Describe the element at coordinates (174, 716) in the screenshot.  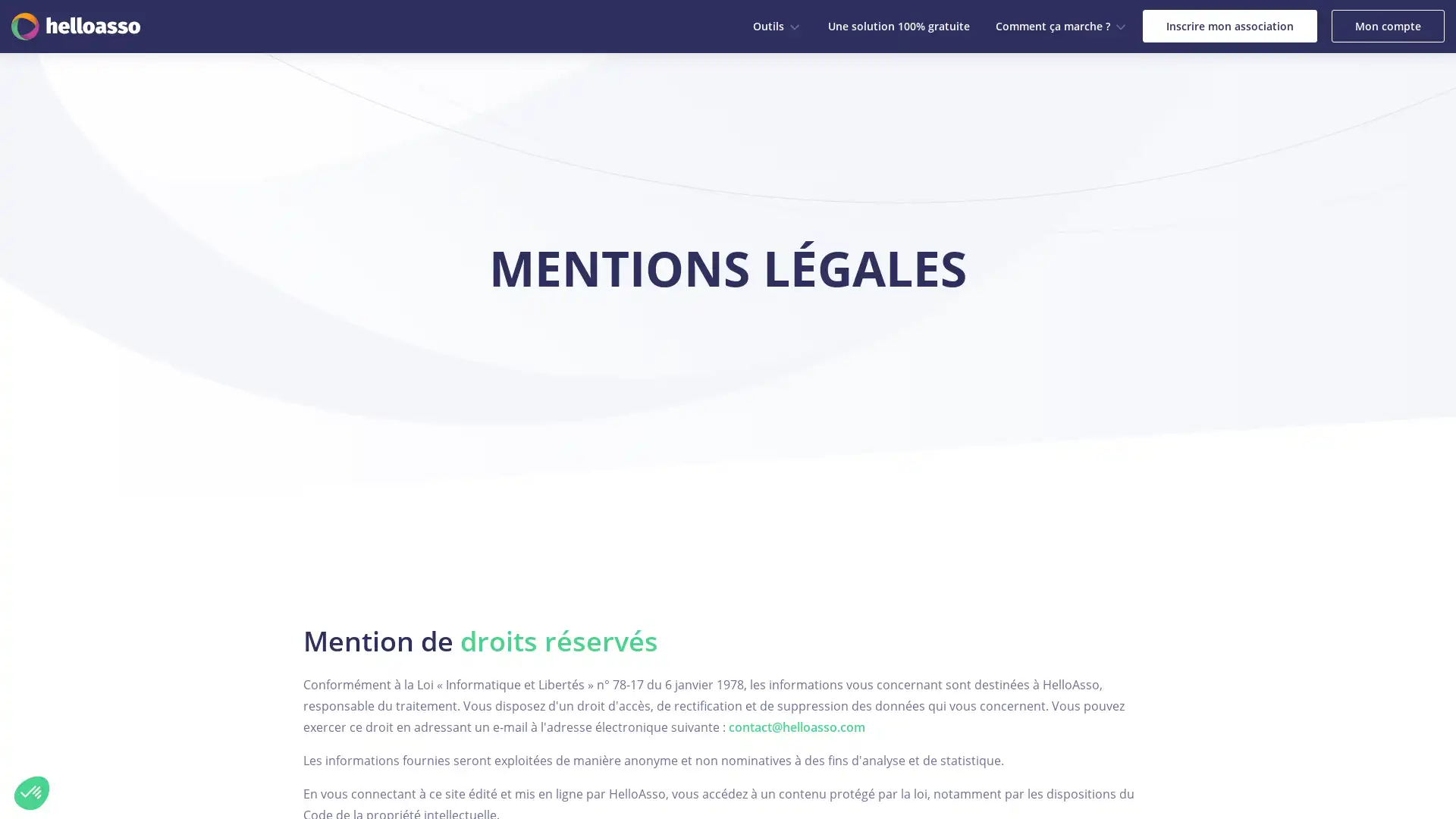
I see `Consentements certifies par` at that location.